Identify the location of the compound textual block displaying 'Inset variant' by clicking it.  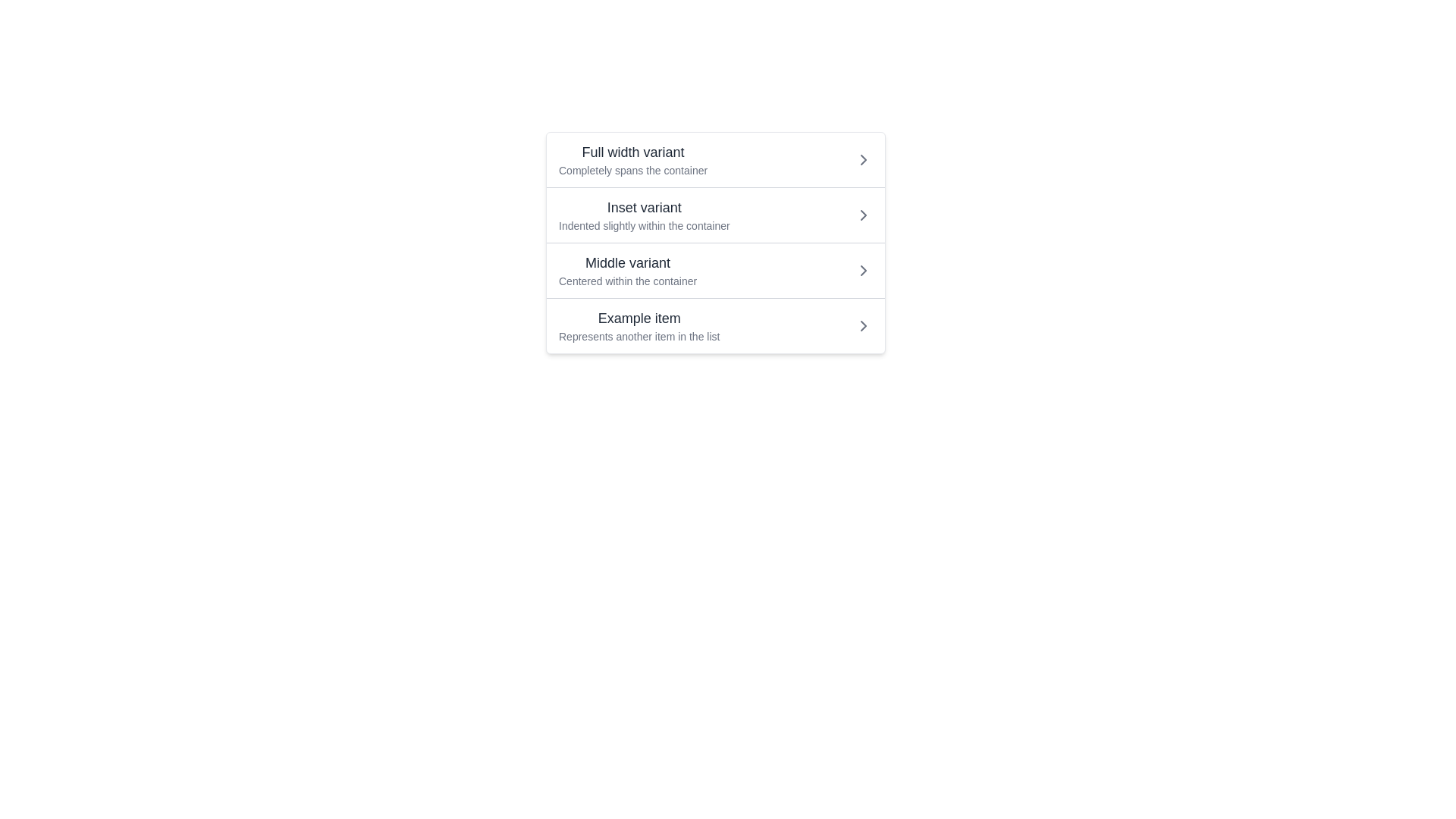
(644, 215).